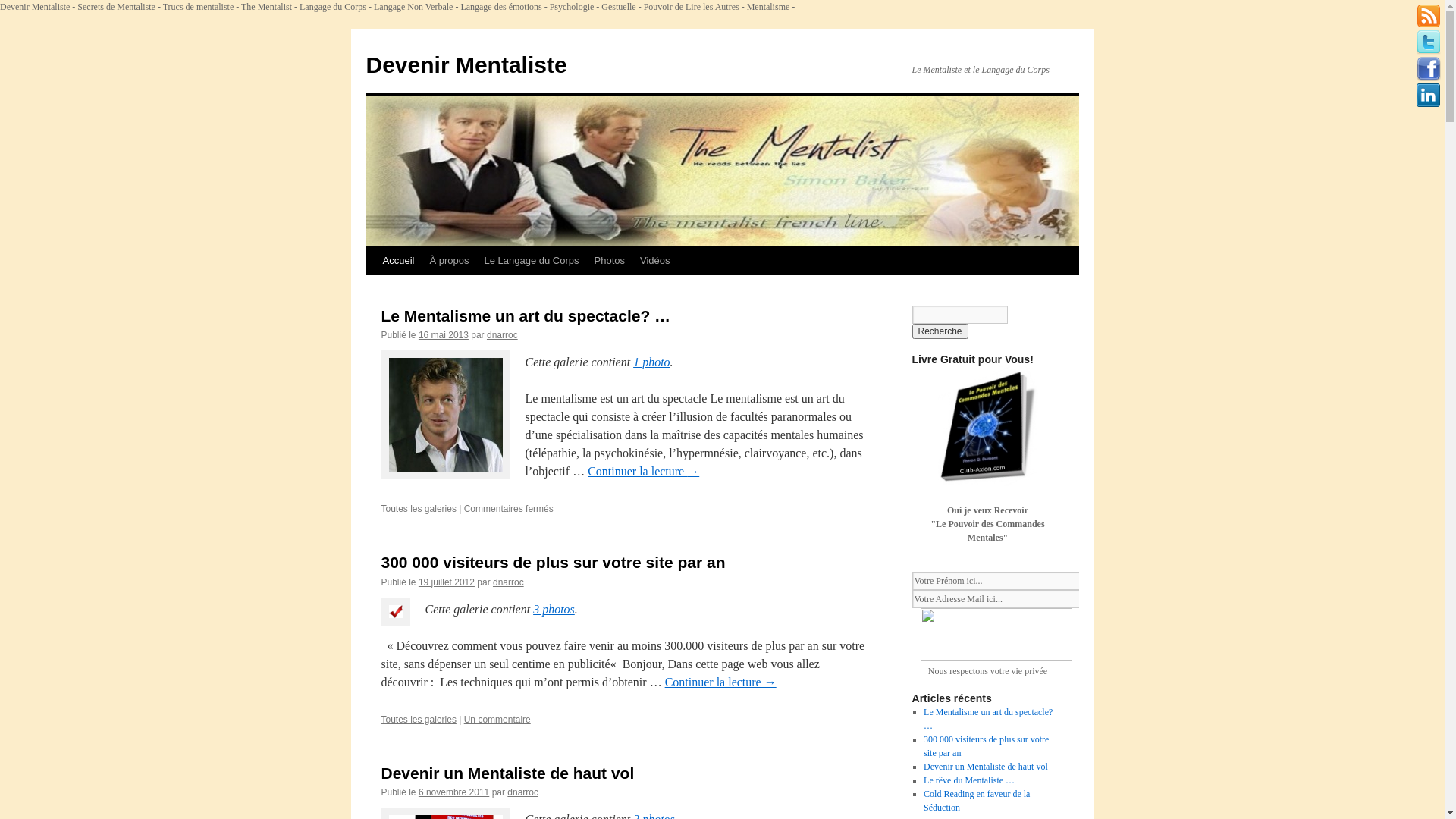 Image resolution: width=1456 pixels, height=819 pixels. I want to click on 'Un commentaire', so click(497, 718).